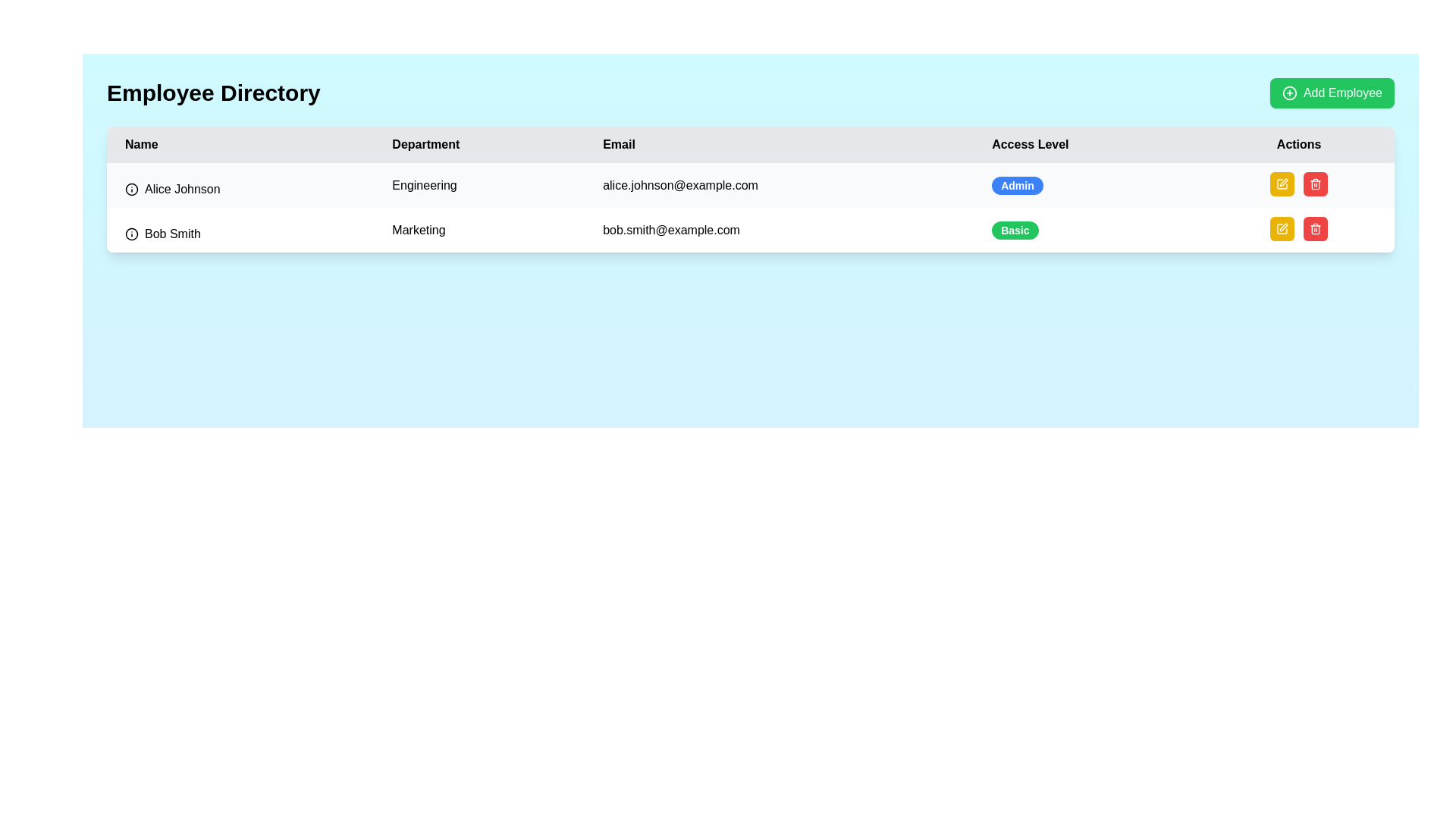 The image size is (1456, 819). Describe the element at coordinates (1288, 93) in the screenshot. I see `the SVG circle outline icon in the top-right corner of the employee directory interface` at that location.